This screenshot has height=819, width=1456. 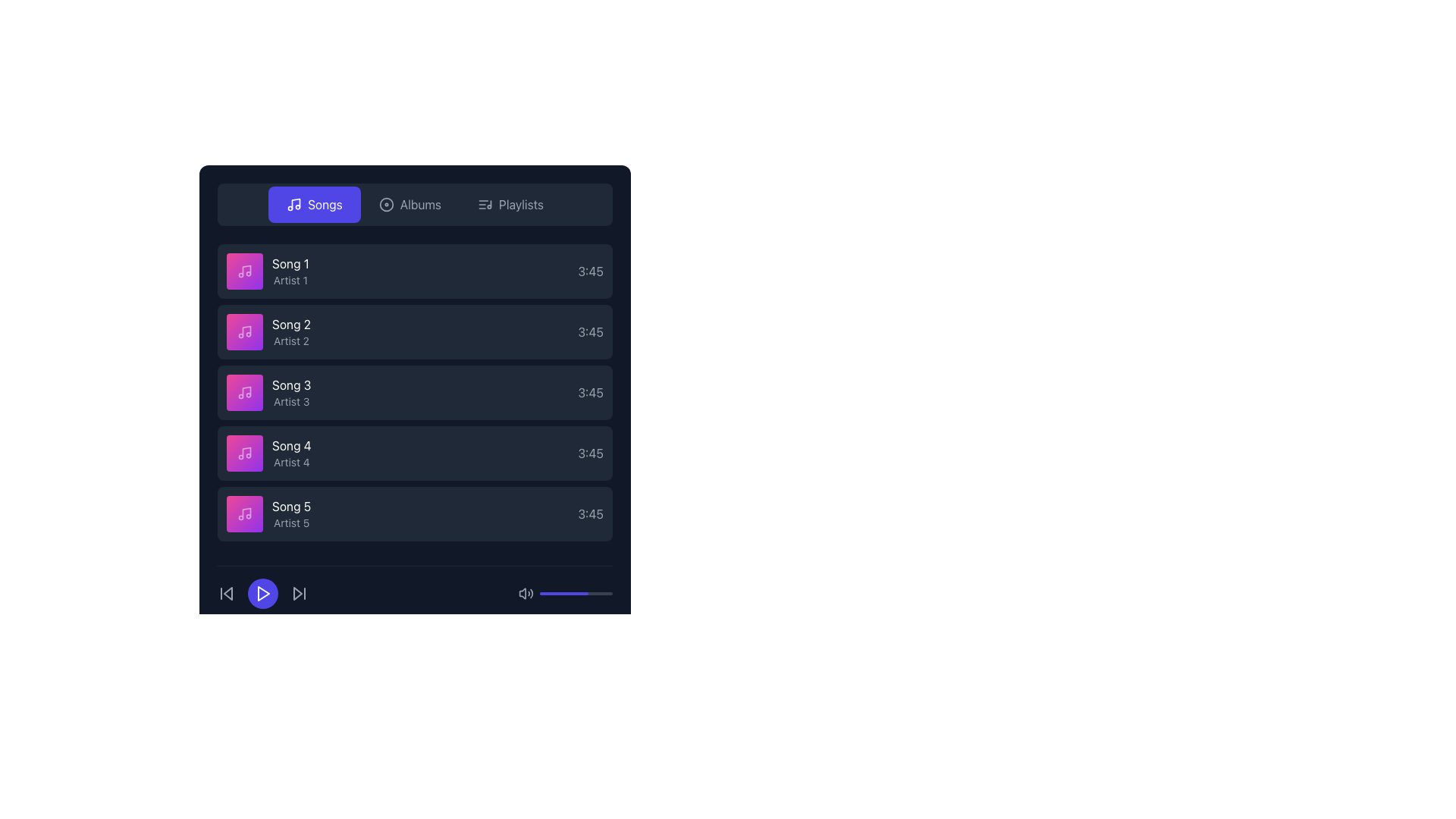 I want to click on the triangular play or skip-backward icon located at the bottom left corner of the media control interface, adjacent to the play button, so click(x=227, y=593).